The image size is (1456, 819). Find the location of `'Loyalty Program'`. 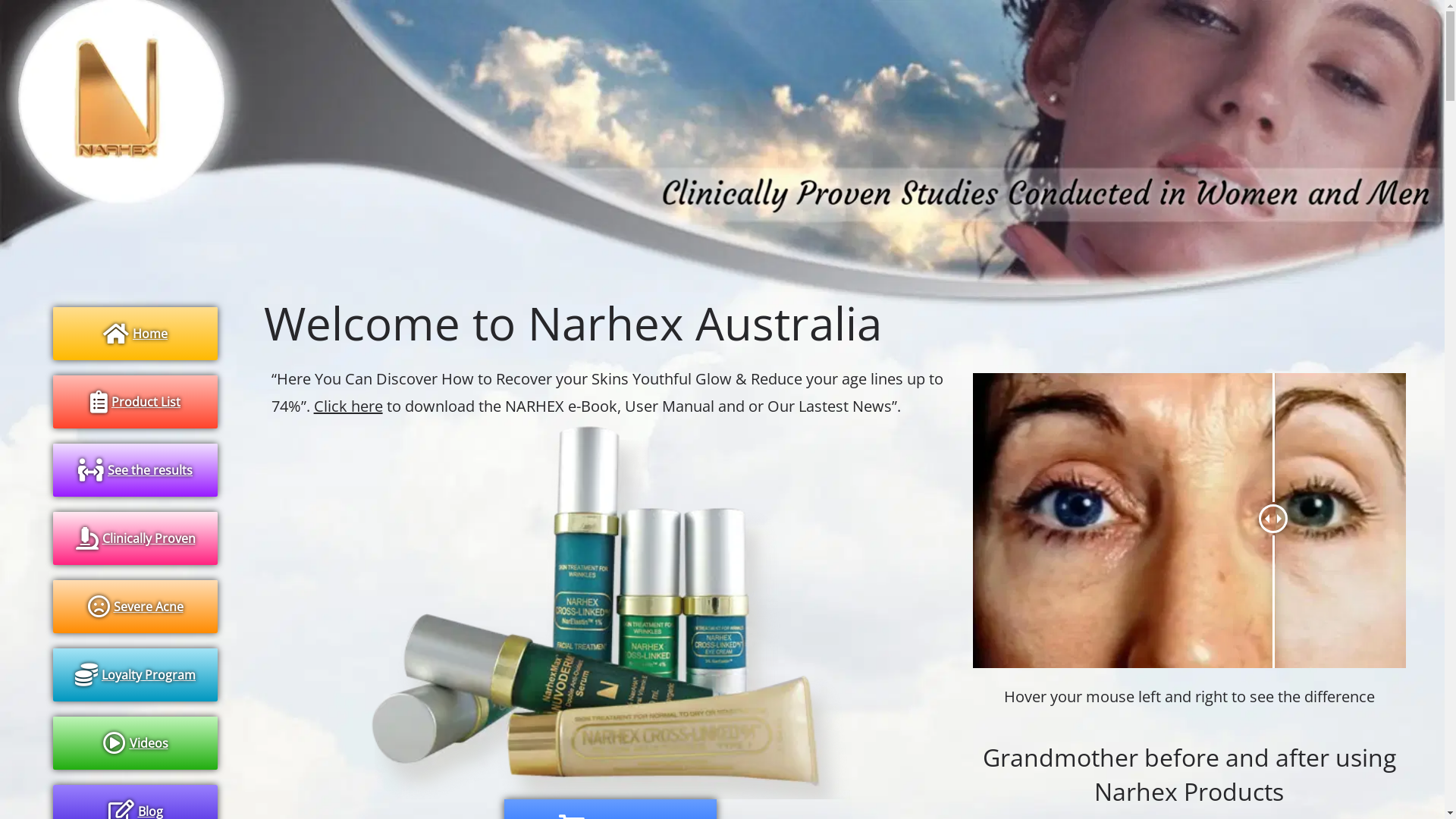

'Loyalty Program' is located at coordinates (53, 674).